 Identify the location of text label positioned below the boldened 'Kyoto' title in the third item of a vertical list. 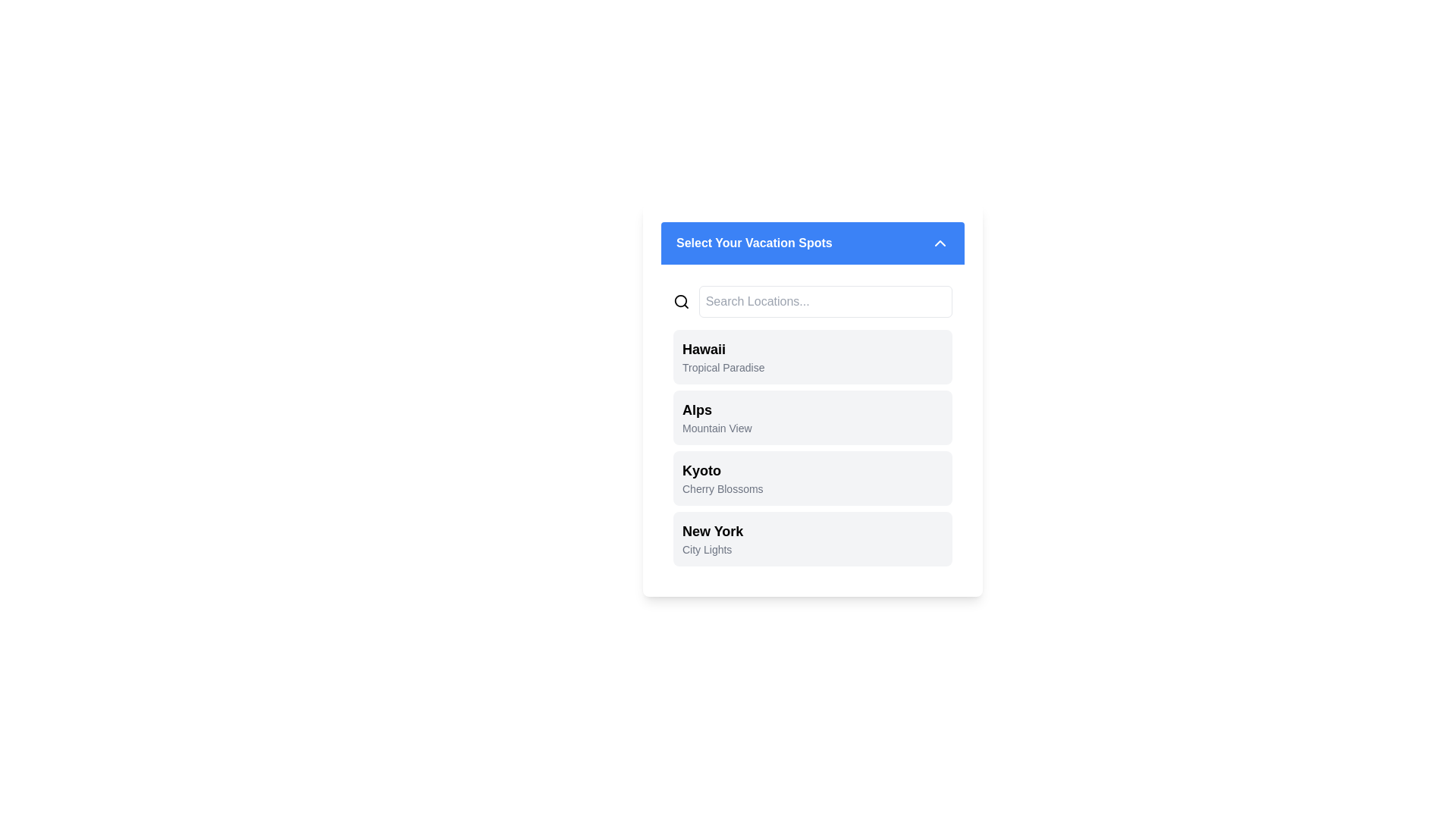
(722, 488).